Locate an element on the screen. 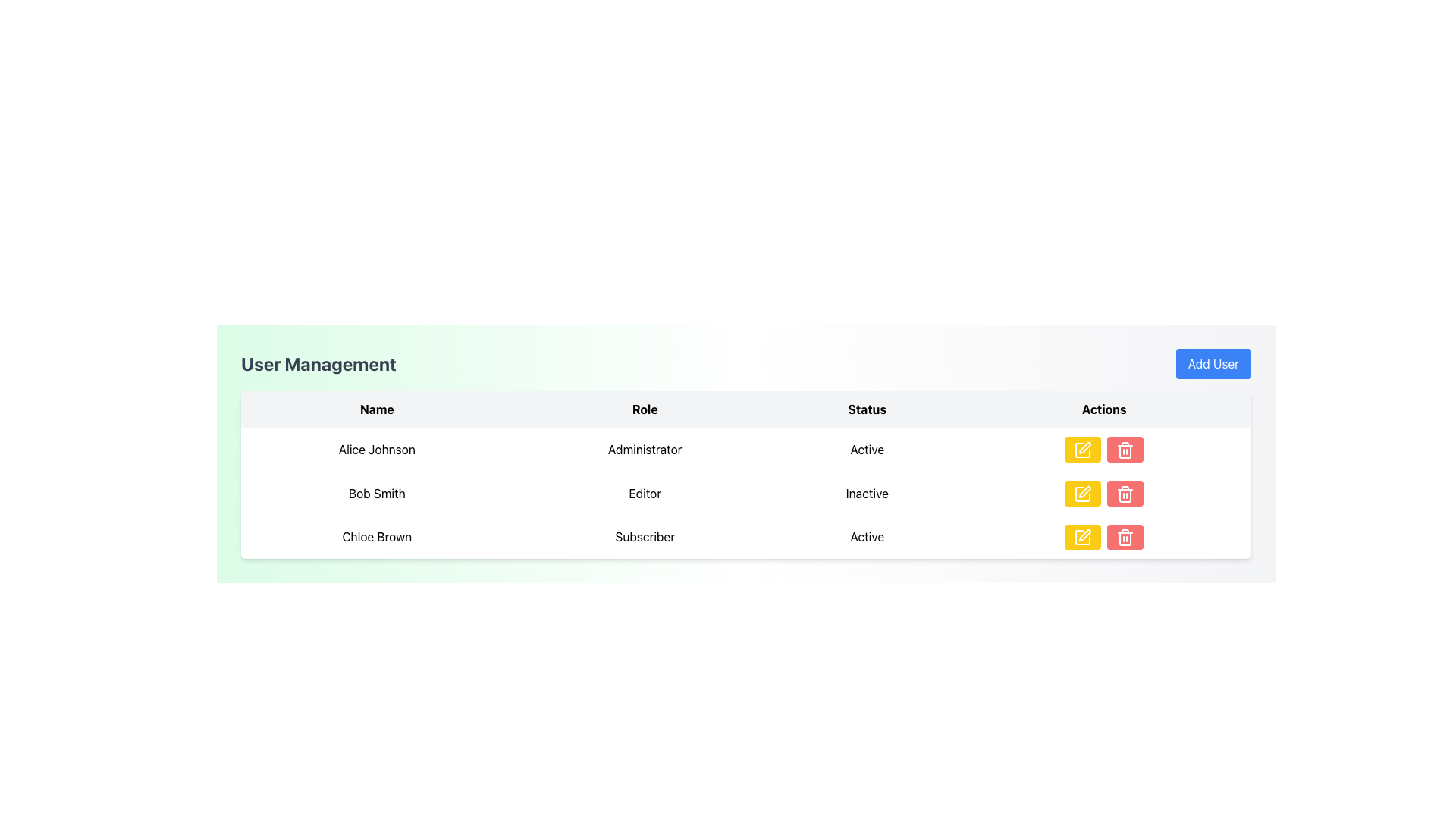 This screenshot has width=1456, height=819. the 'Active' text label in the 'Status' column of the row representing 'Alice Johnson' is located at coordinates (867, 448).